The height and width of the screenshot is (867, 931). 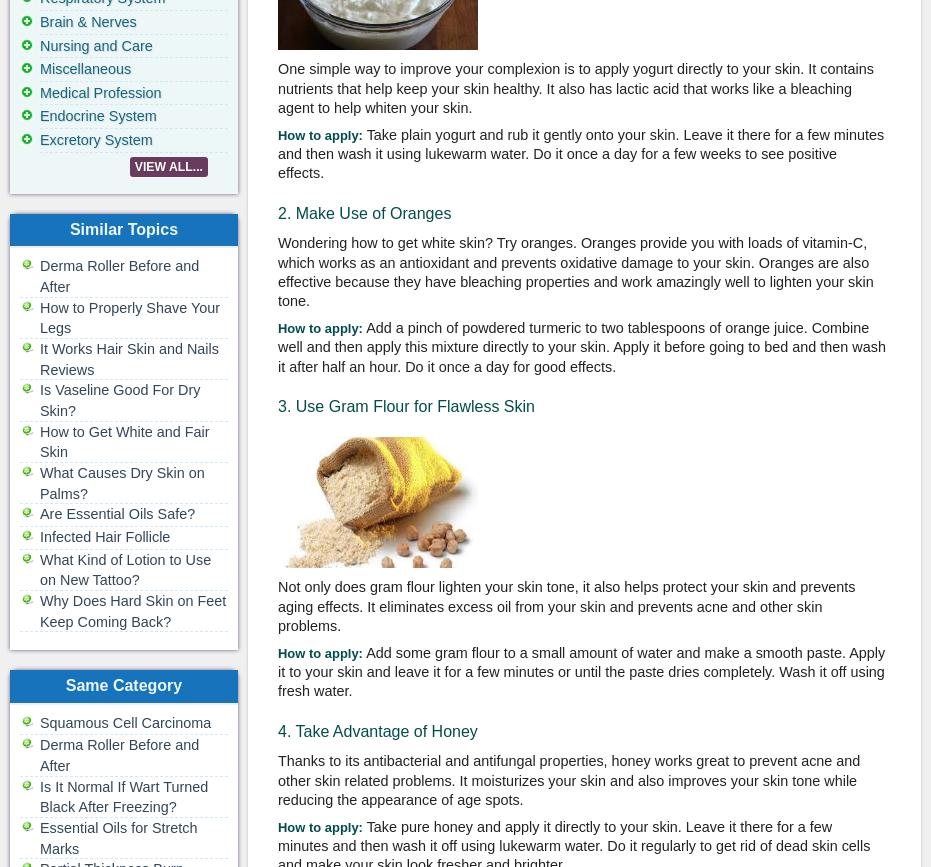 What do you see at coordinates (276, 346) in the screenshot?
I see `'Add a pinch of powdered turmeric to two tablespoons of orange juice. Combine well and then apply this mixture directly to your skin. Apply it before going to bed and then wash it after half an hour. Do it once a day for good effects.'` at bounding box center [276, 346].